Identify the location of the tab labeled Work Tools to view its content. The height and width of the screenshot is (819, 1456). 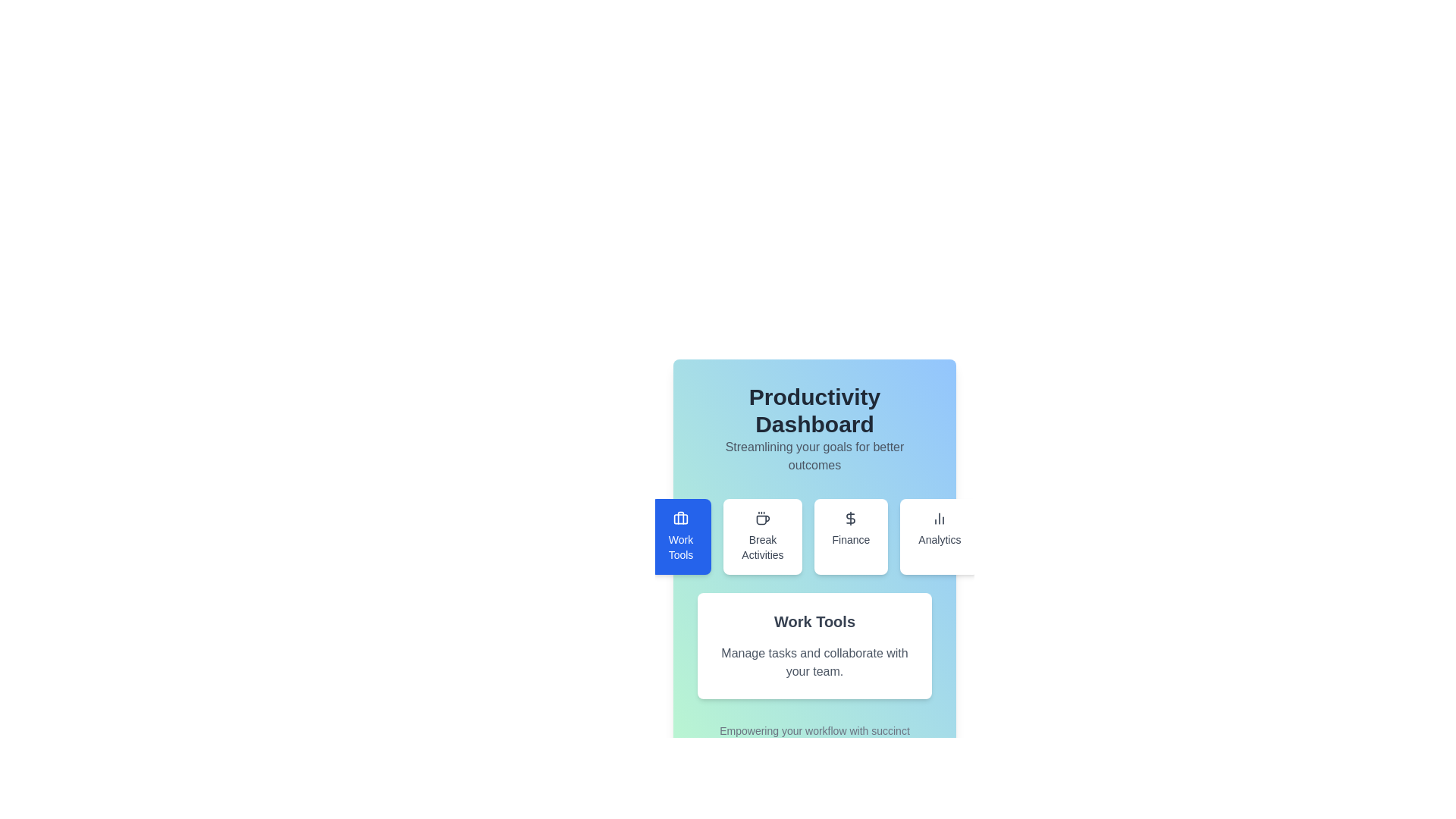
(679, 536).